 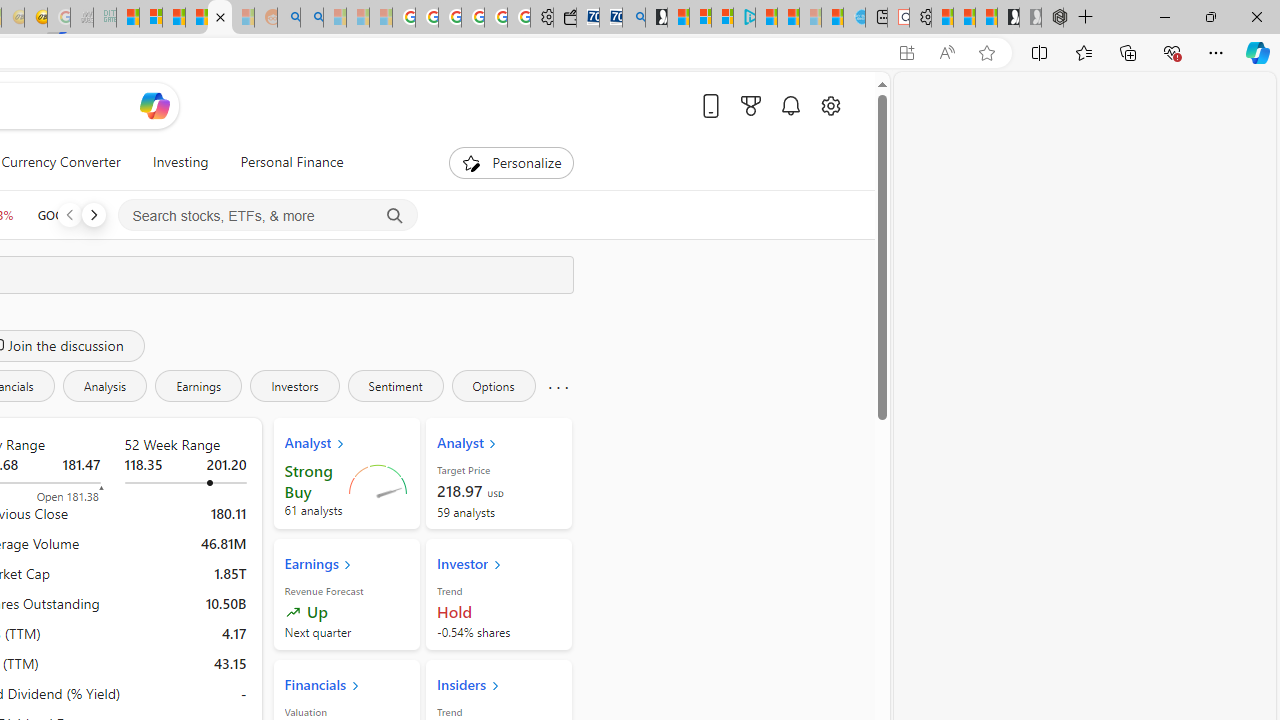 What do you see at coordinates (61, 162) in the screenshot?
I see `'Currency Converter'` at bounding box center [61, 162].